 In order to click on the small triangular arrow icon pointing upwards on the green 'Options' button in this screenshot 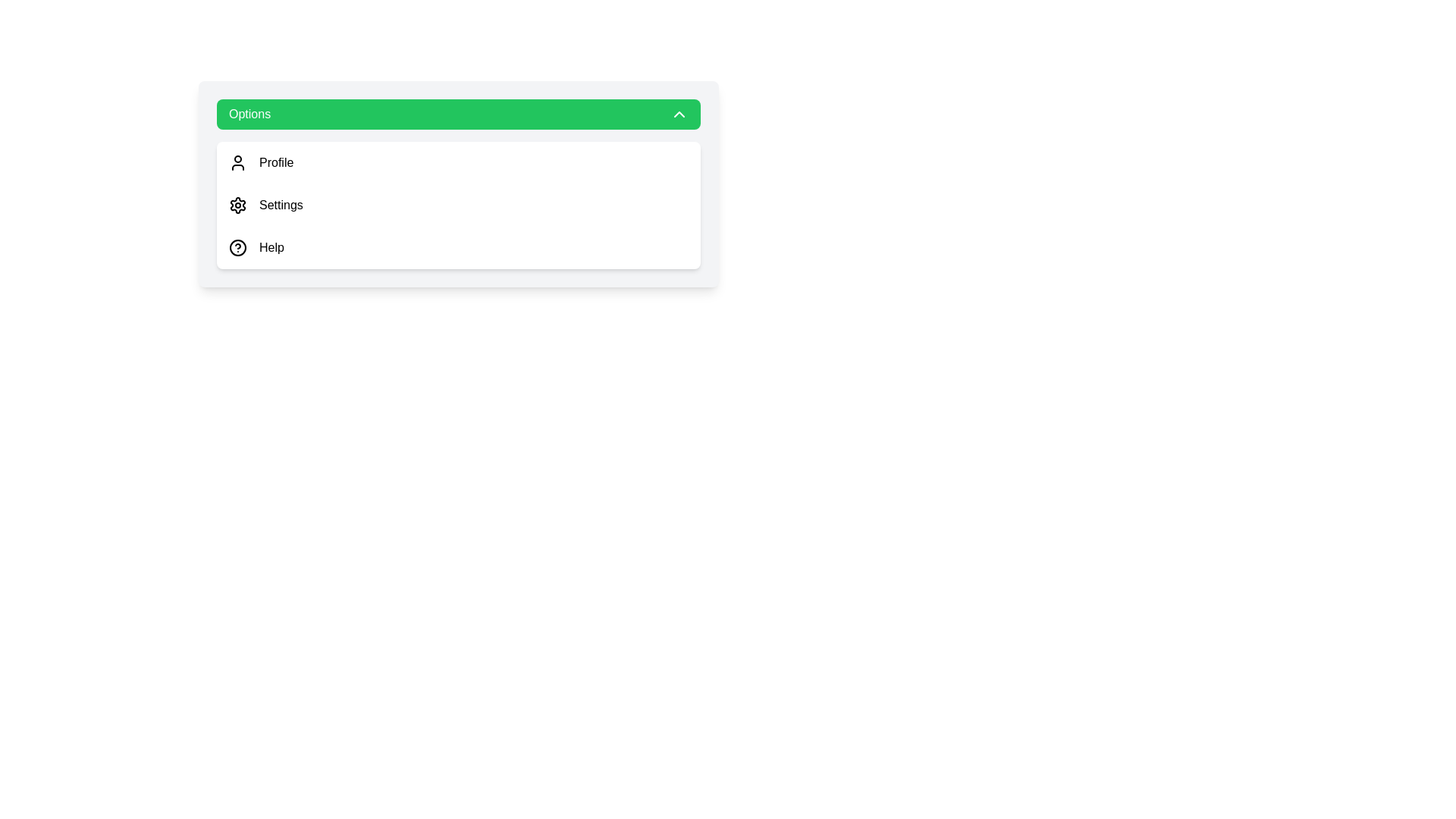, I will do `click(679, 113)`.